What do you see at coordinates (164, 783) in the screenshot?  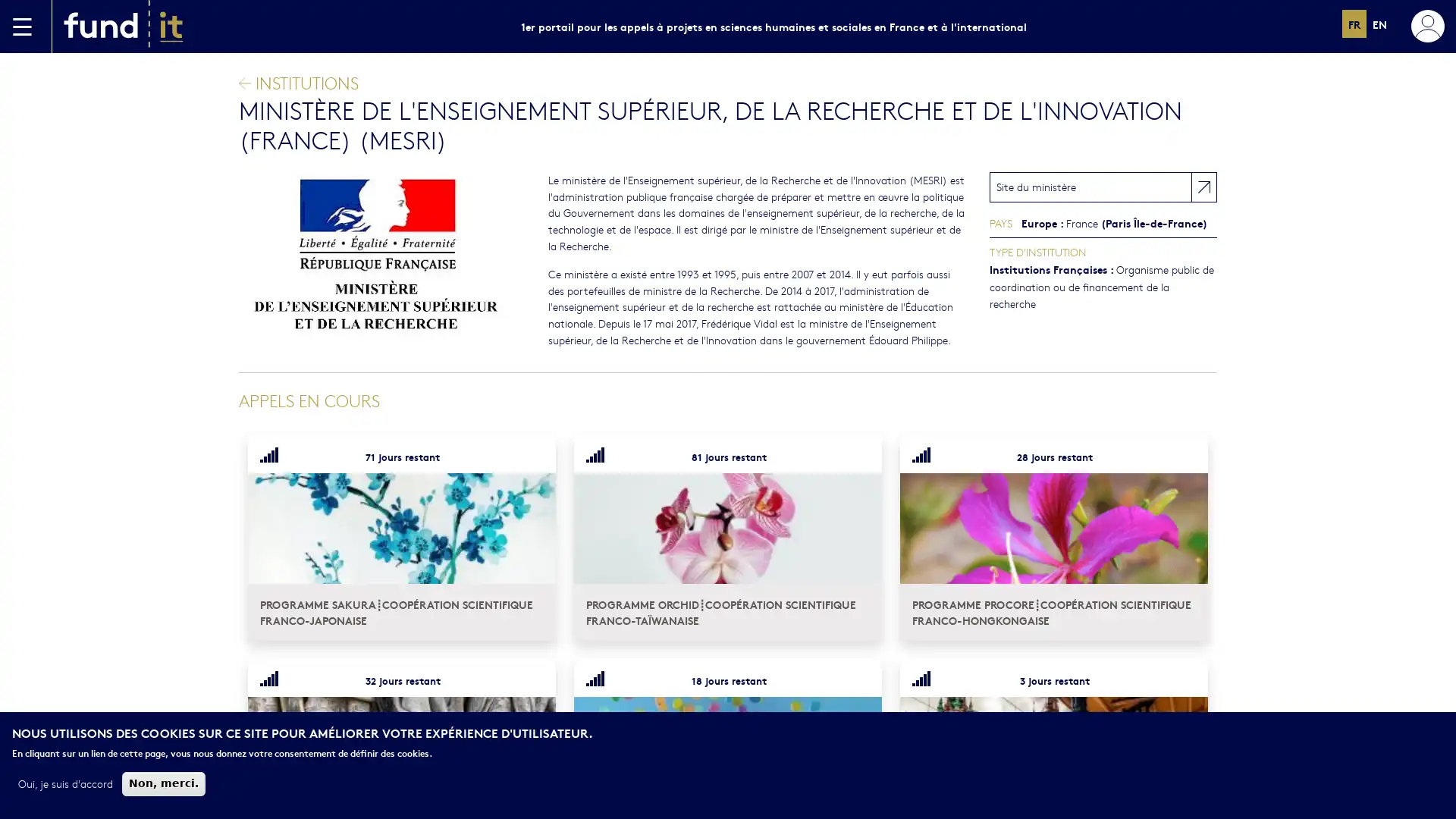 I see `Non, merci.` at bounding box center [164, 783].